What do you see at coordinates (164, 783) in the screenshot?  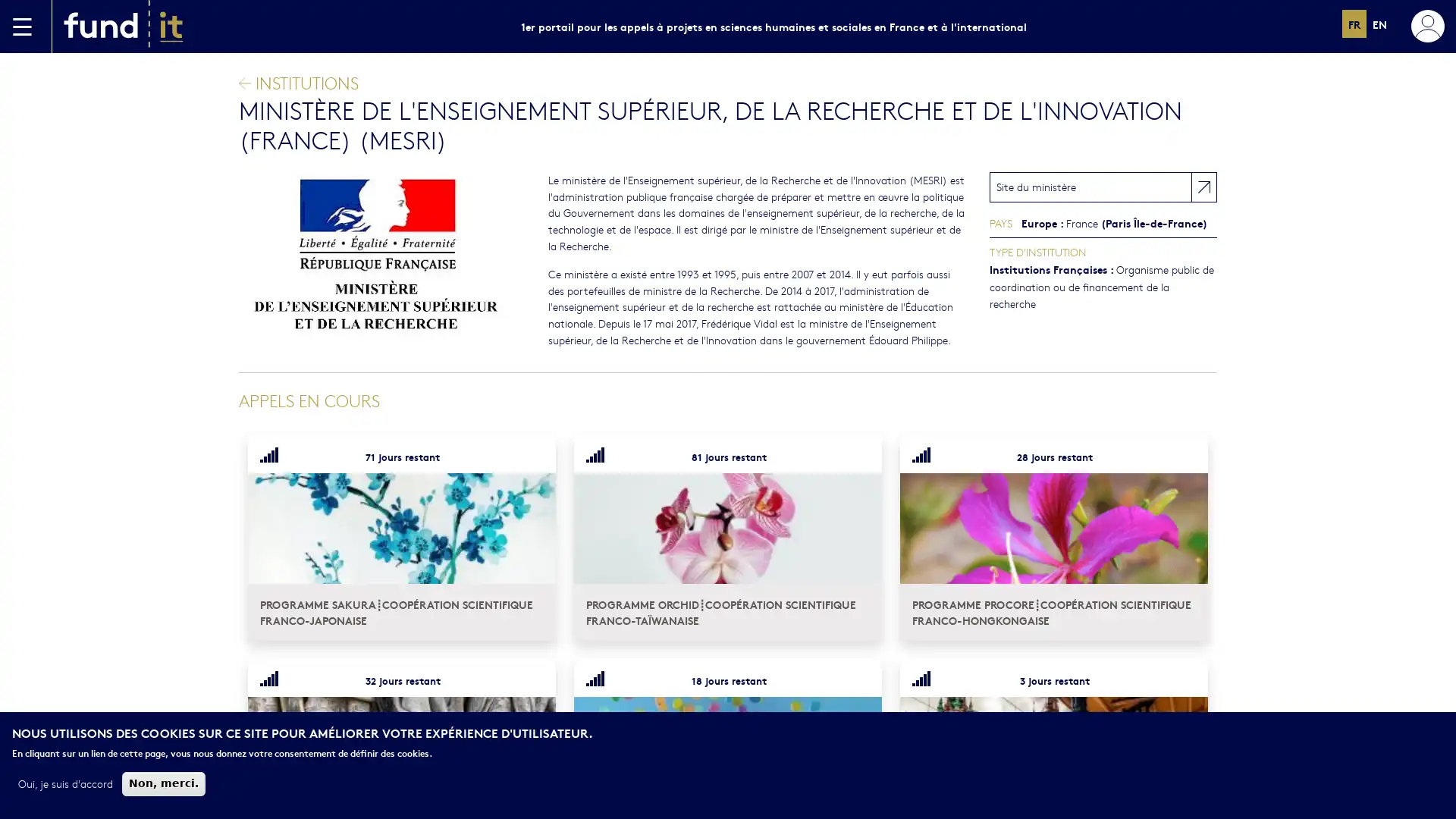 I see `Non, merci.` at bounding box center [164, 783].